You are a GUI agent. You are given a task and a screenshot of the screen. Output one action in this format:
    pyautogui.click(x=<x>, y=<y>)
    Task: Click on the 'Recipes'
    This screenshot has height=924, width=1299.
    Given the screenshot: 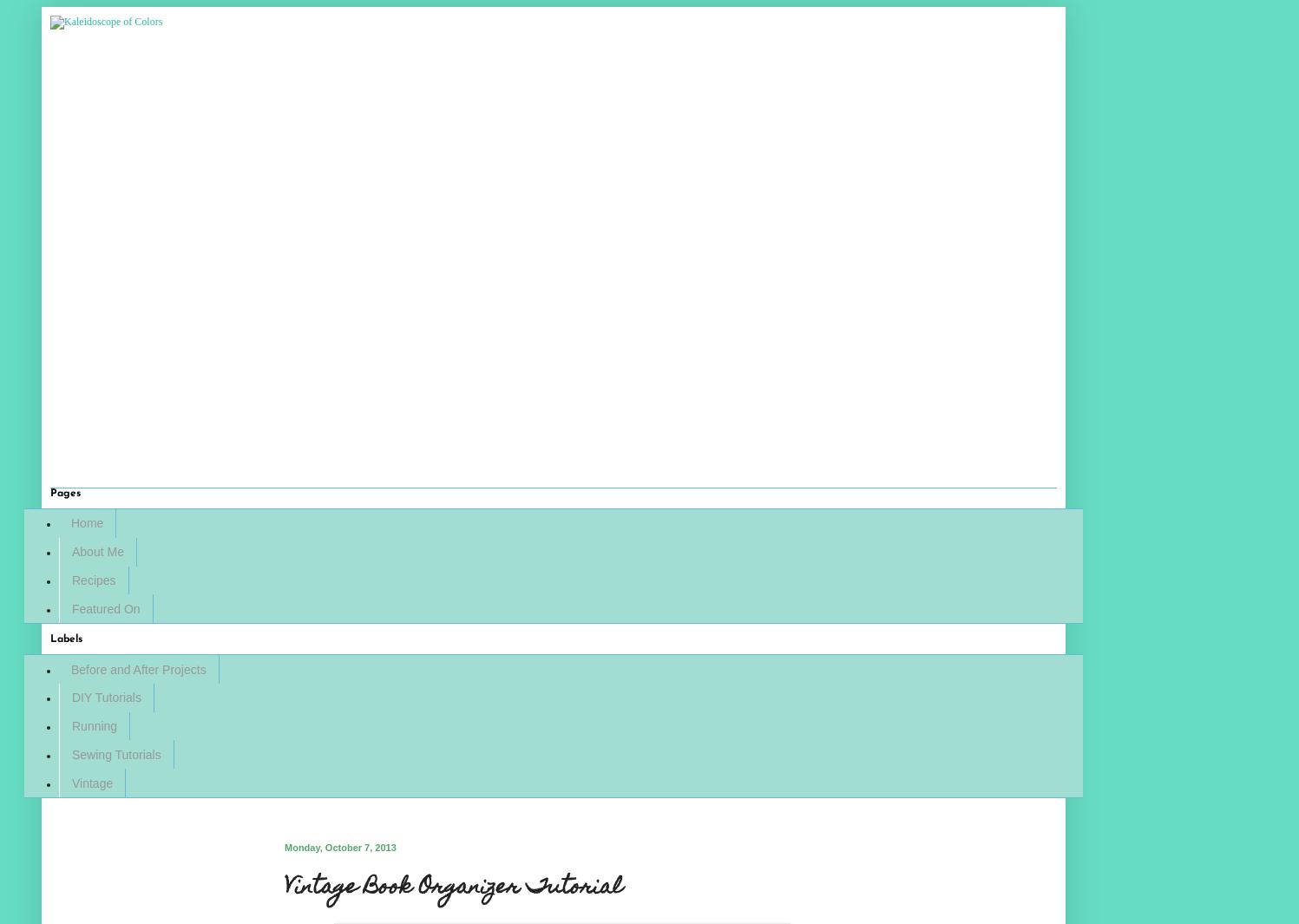 What is the action you would take?
    pyautogui.click(x=93, y=579)
    